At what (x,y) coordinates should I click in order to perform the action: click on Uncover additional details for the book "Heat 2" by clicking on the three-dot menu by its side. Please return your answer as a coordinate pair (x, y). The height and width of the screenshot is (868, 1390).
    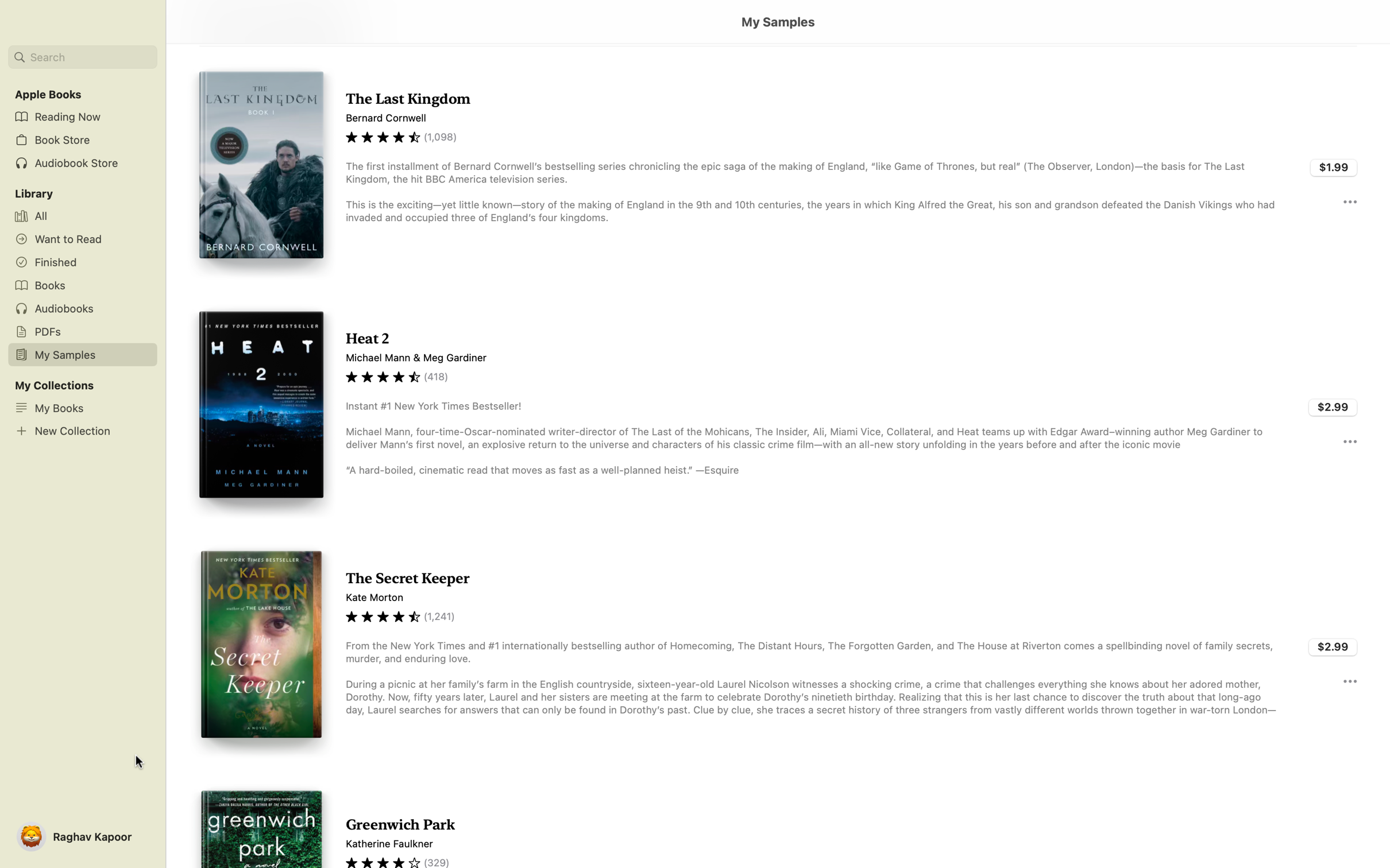
    Looking at the image, I should click on (1349, 441).